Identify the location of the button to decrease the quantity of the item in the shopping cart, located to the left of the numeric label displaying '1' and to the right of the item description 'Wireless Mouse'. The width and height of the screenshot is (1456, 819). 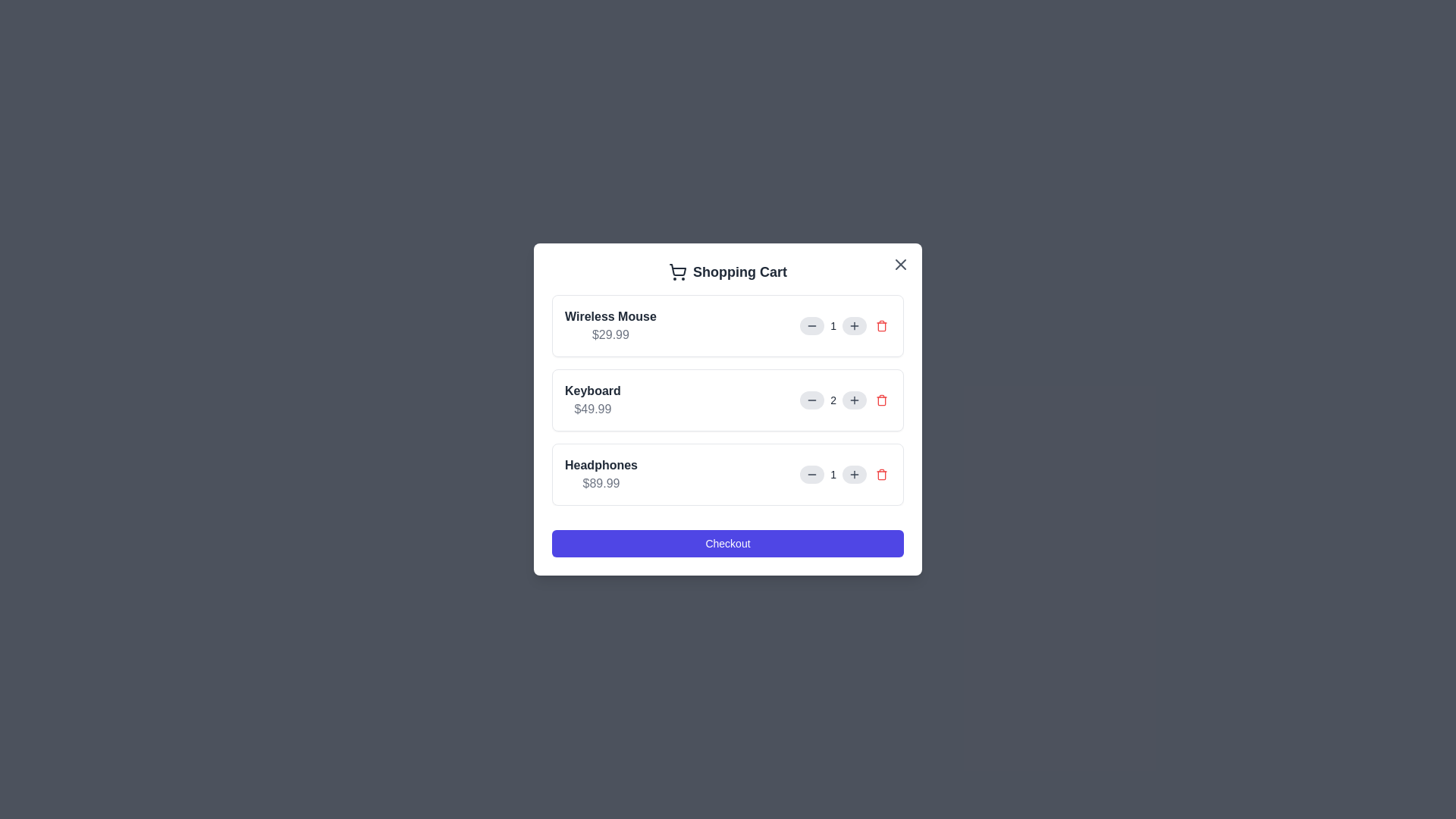
(811, 325).